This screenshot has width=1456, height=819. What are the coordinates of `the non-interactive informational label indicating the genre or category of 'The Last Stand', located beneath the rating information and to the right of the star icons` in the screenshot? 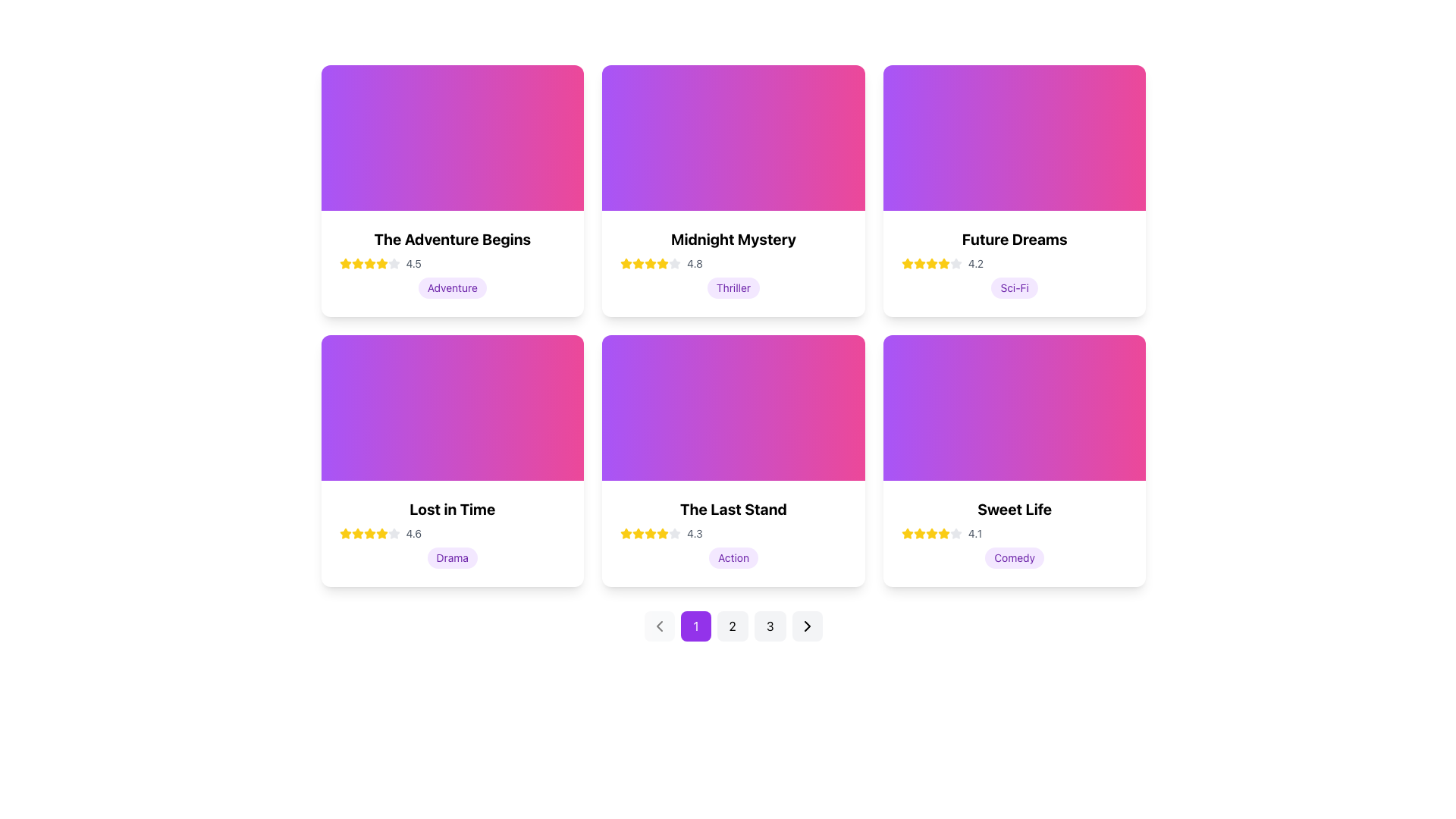 It's located at (733, 558).